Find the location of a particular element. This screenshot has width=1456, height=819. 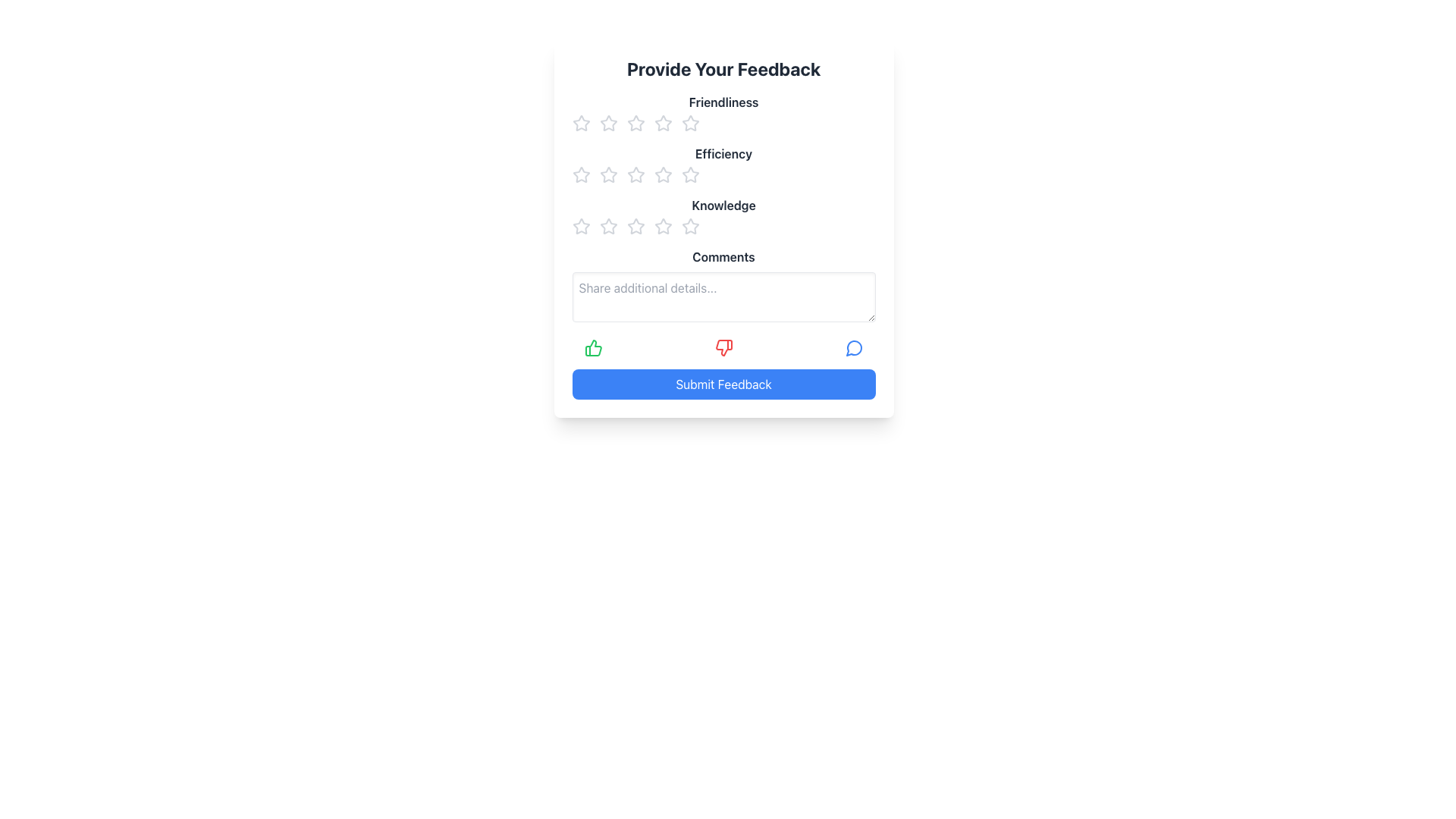

the green thumbs-up icon located at the leftmost side of the feedback options is located at coordinates (592, 348).